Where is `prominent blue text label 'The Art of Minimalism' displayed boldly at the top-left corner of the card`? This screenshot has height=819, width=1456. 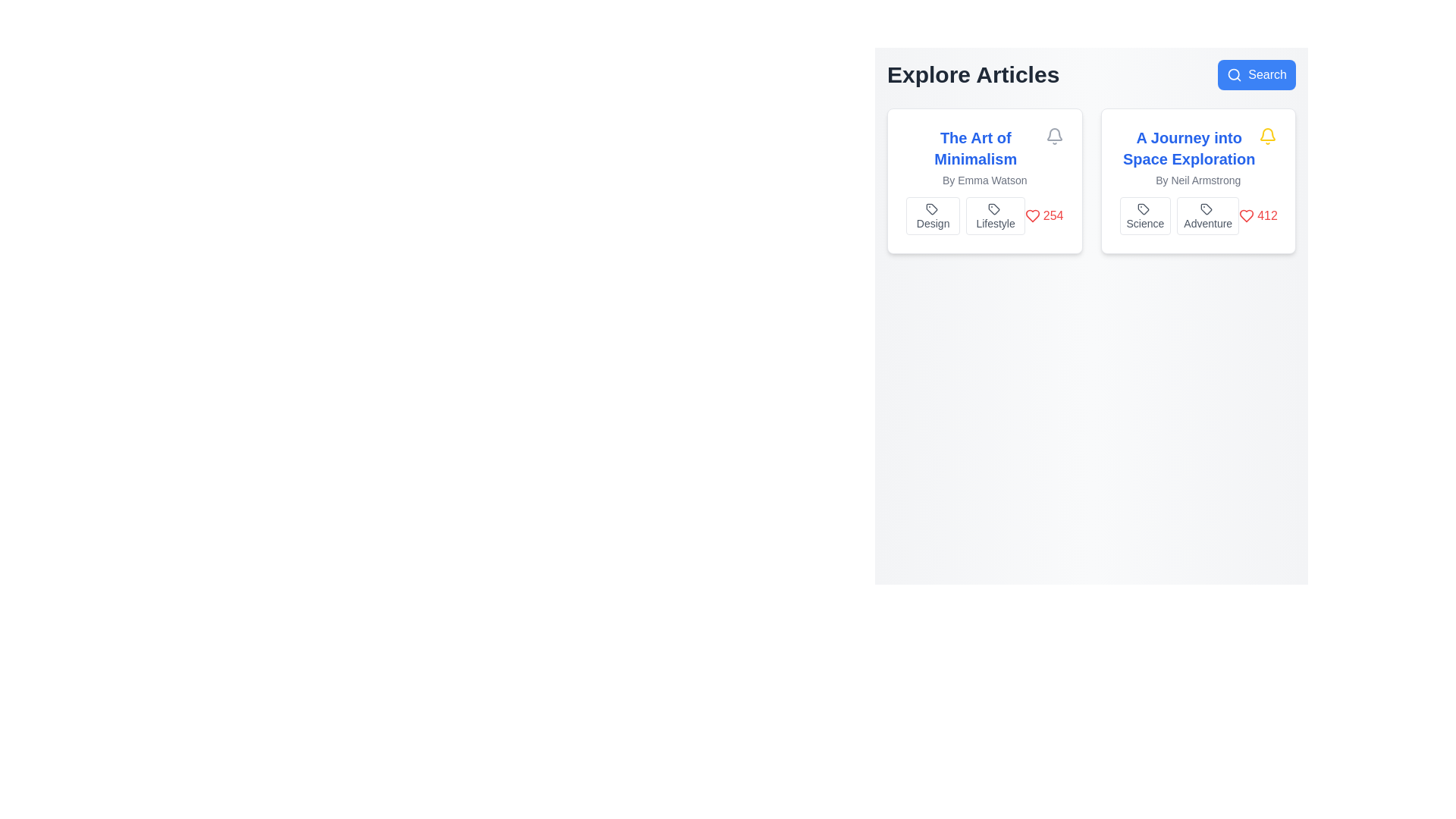
prominent blue text label 'The Art of Minimalism' displayed boldly at the top-left corner of the card is located at coordinates (975, 149).